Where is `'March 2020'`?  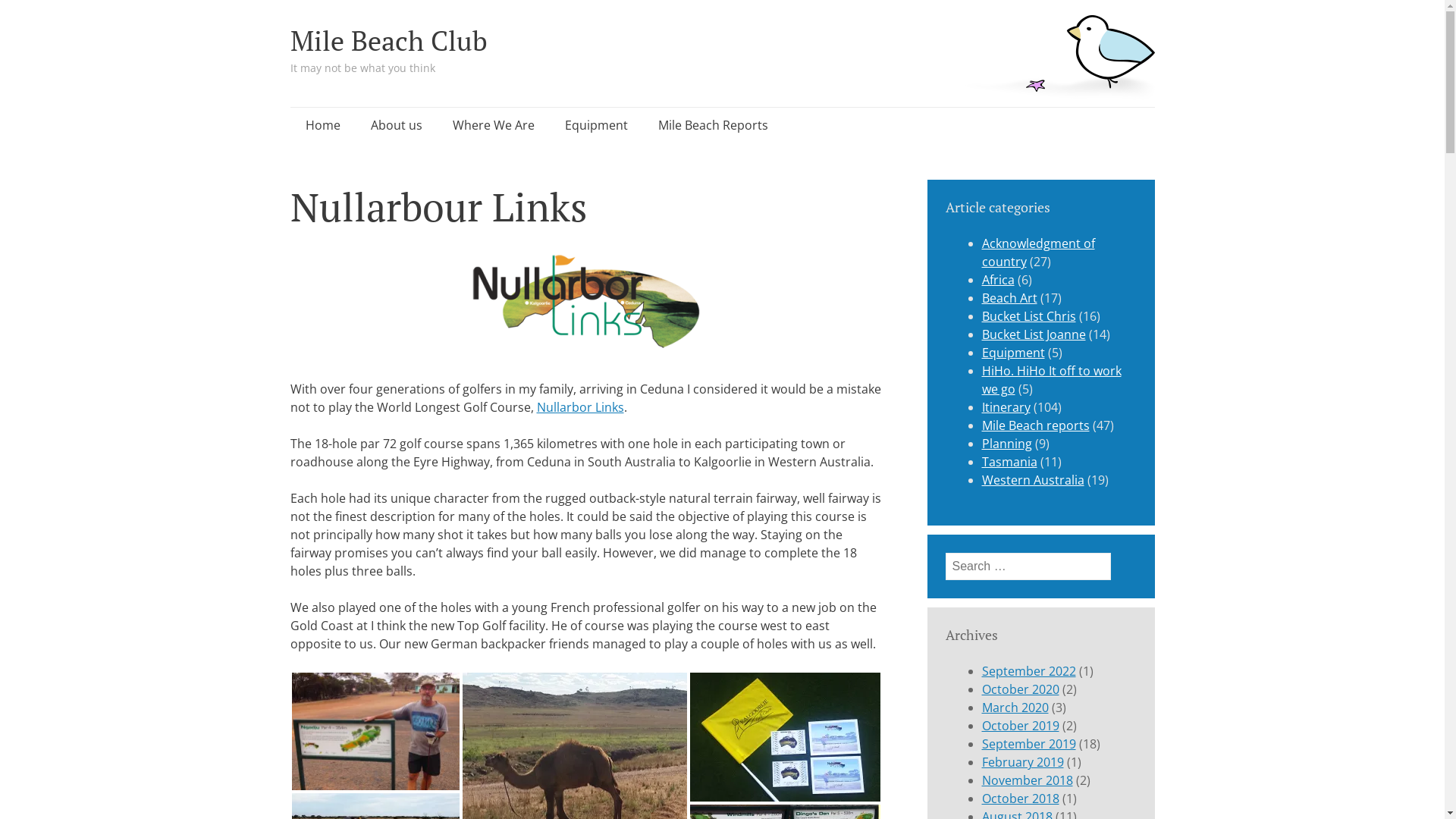
'March 2020' is located at coordinates (1015, 708).